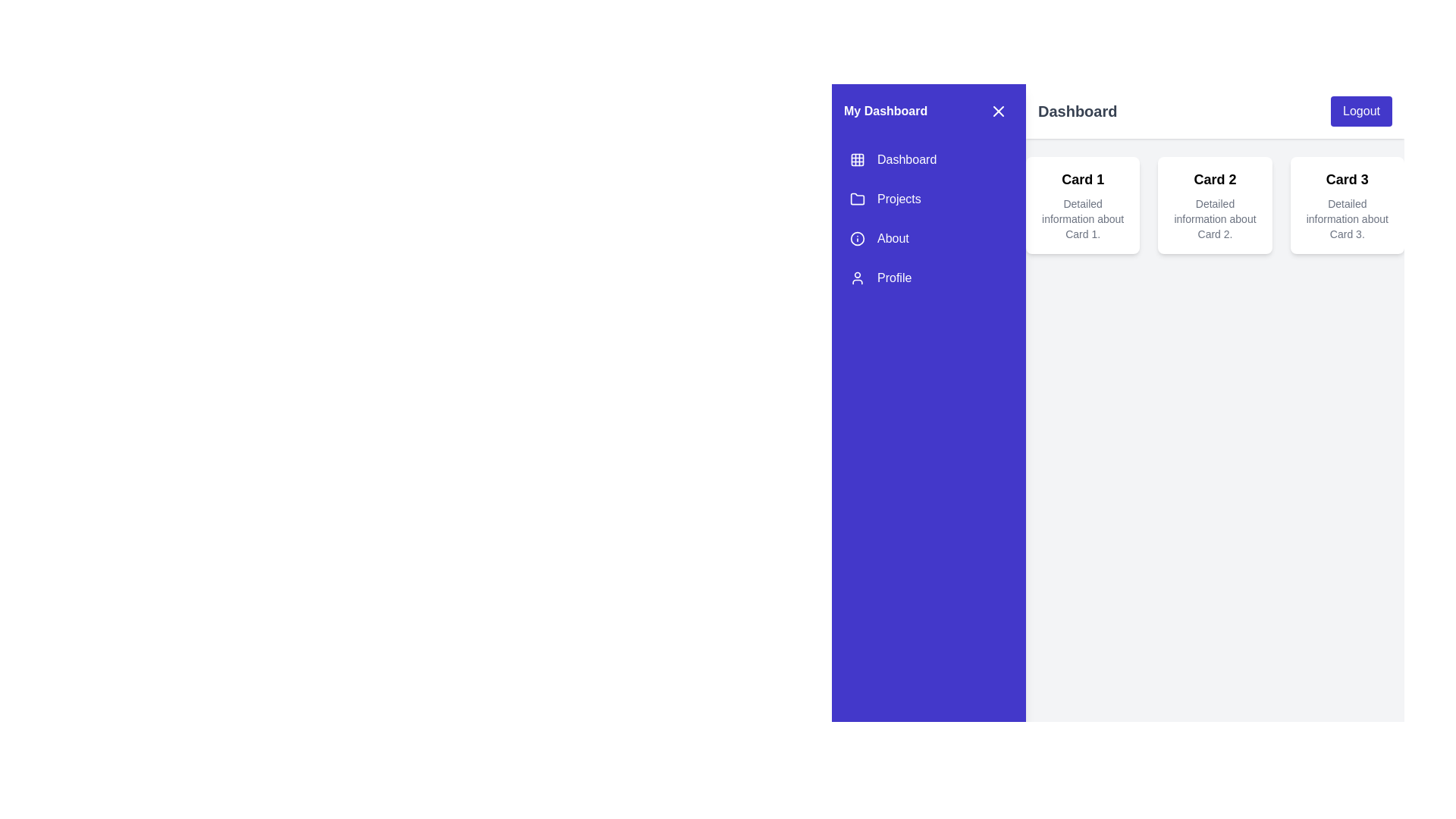  What do you see at coordinates (858, 198) in the screenshot?
I see `the 'Projects' icon in the left-side navigation panel by moving the cursor to its center point` at bounding box center [858, 198].